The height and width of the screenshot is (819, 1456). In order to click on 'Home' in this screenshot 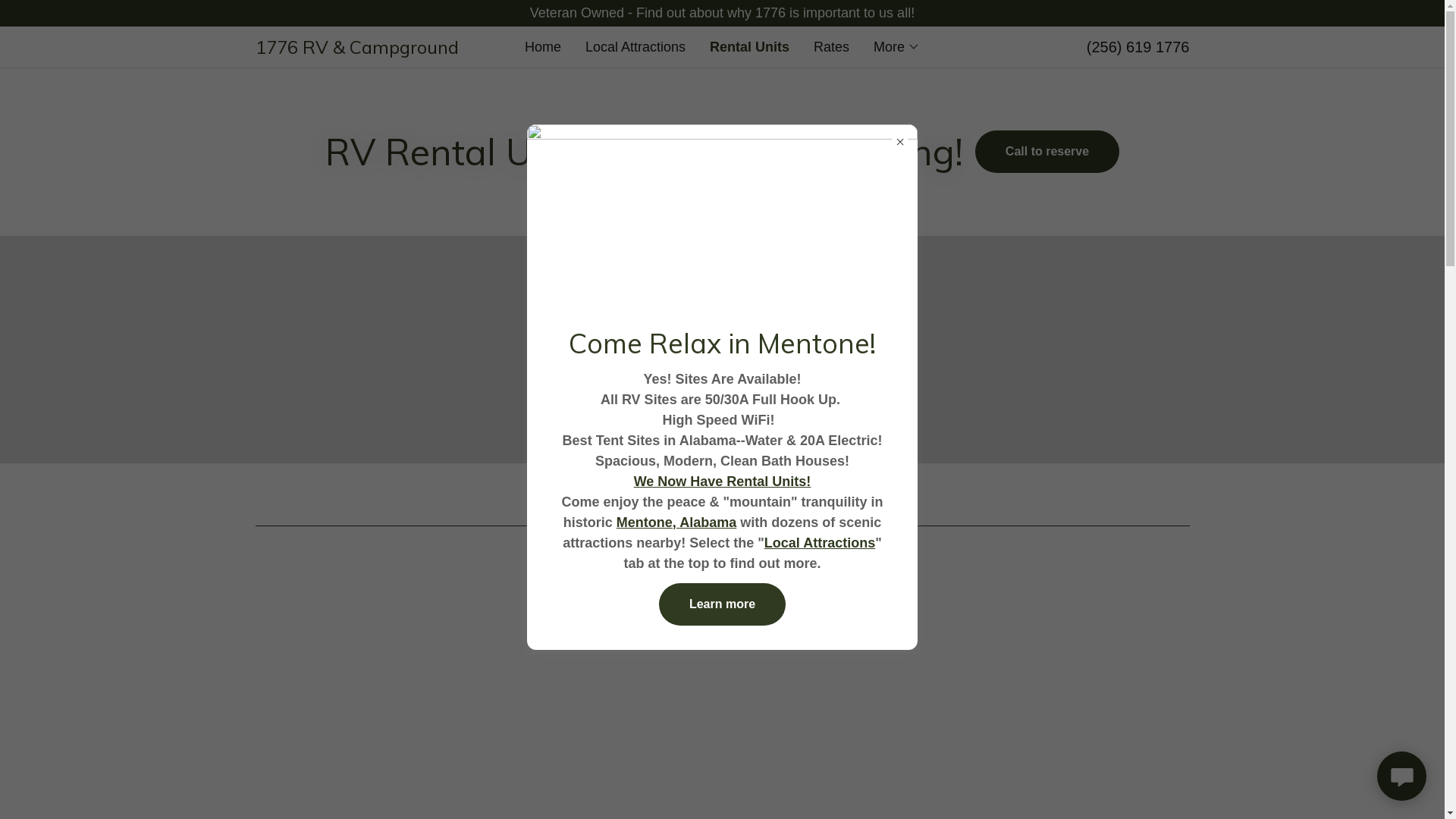, I will do `click(542, 45)`.